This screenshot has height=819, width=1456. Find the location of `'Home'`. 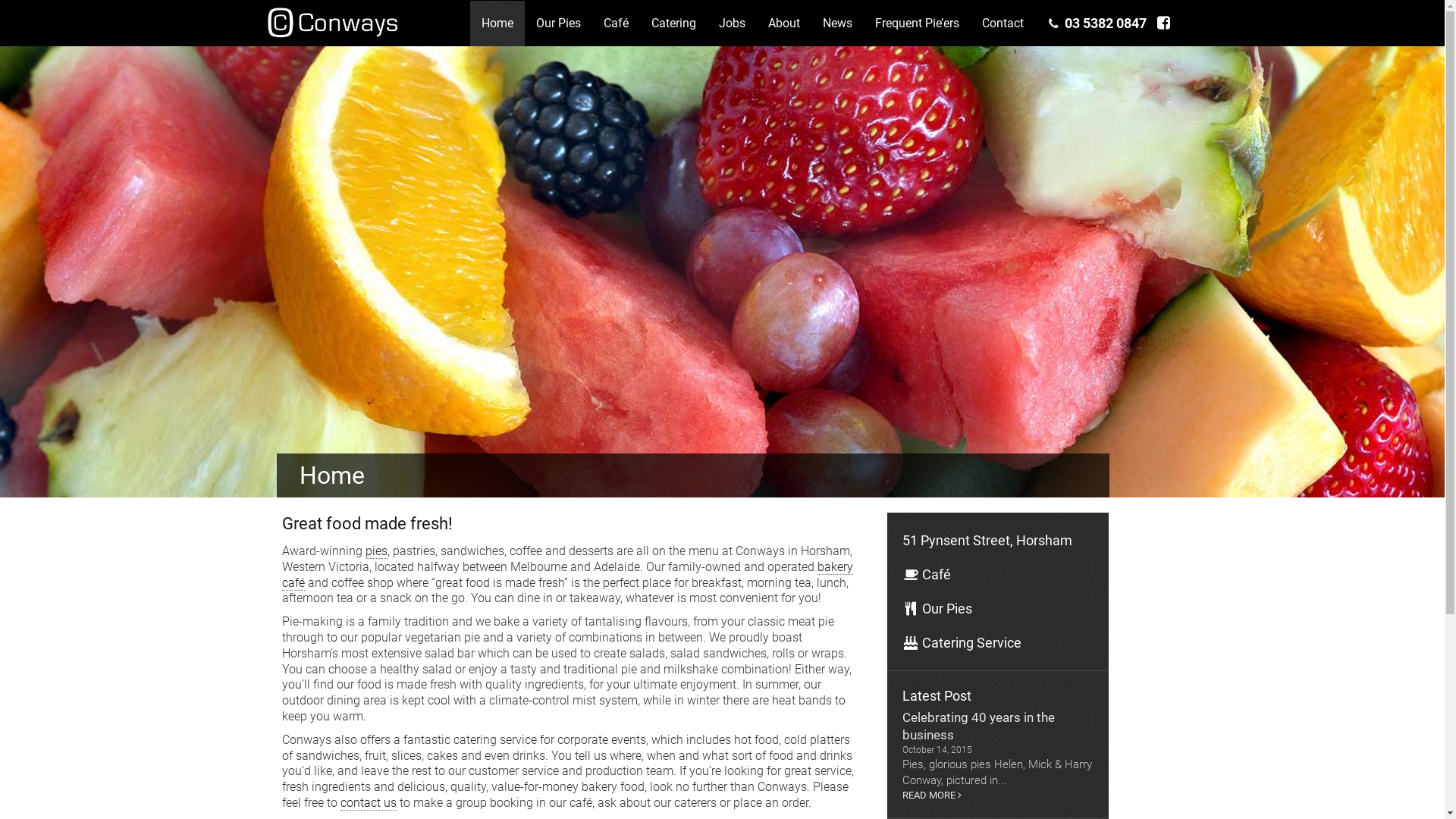

'Home' is located at coordinates (497, 23).